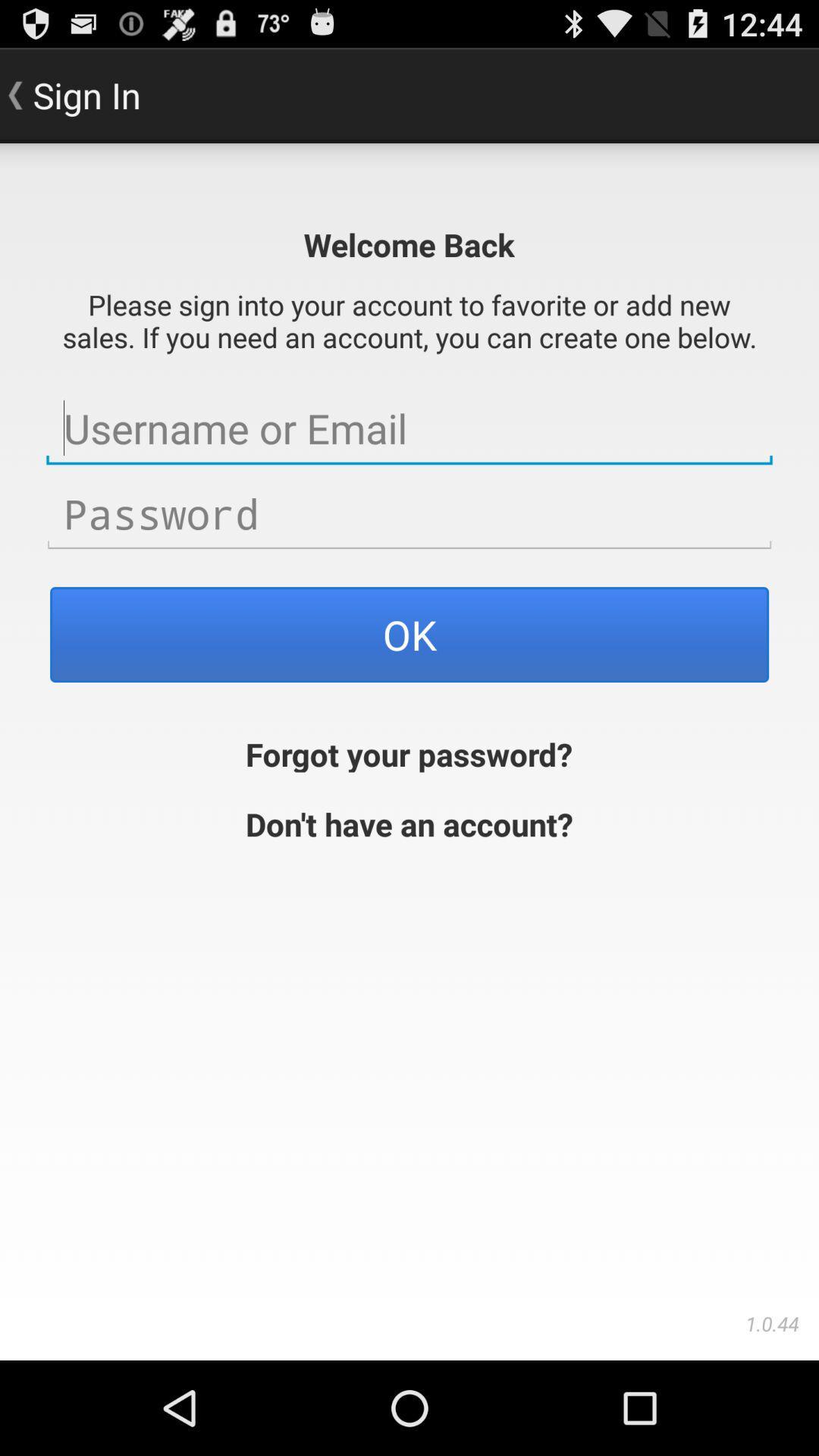 This screenshot has height=1456, width=819. I want to click on ok button, so click(409, 634).